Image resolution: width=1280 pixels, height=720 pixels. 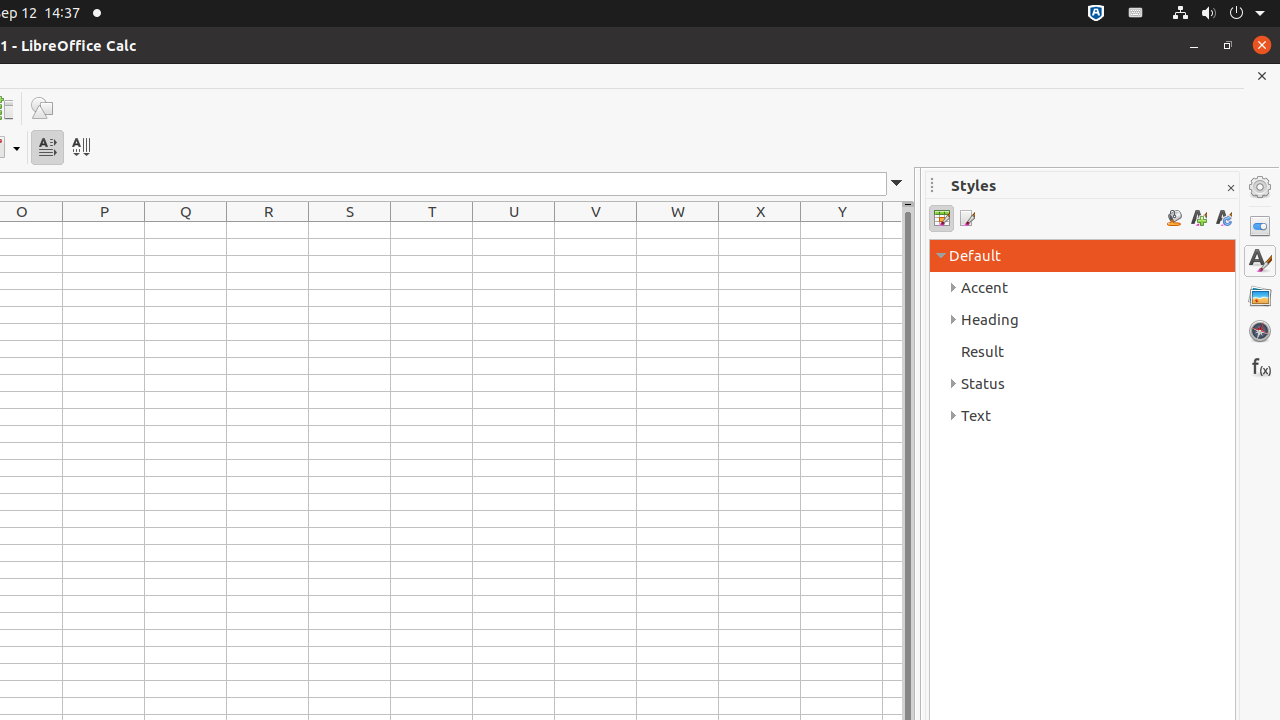 What do you see at coordinates (1198, 218) in the screenshot?
I see `'New Style from Selection'` at bounding box center [1198, 218].